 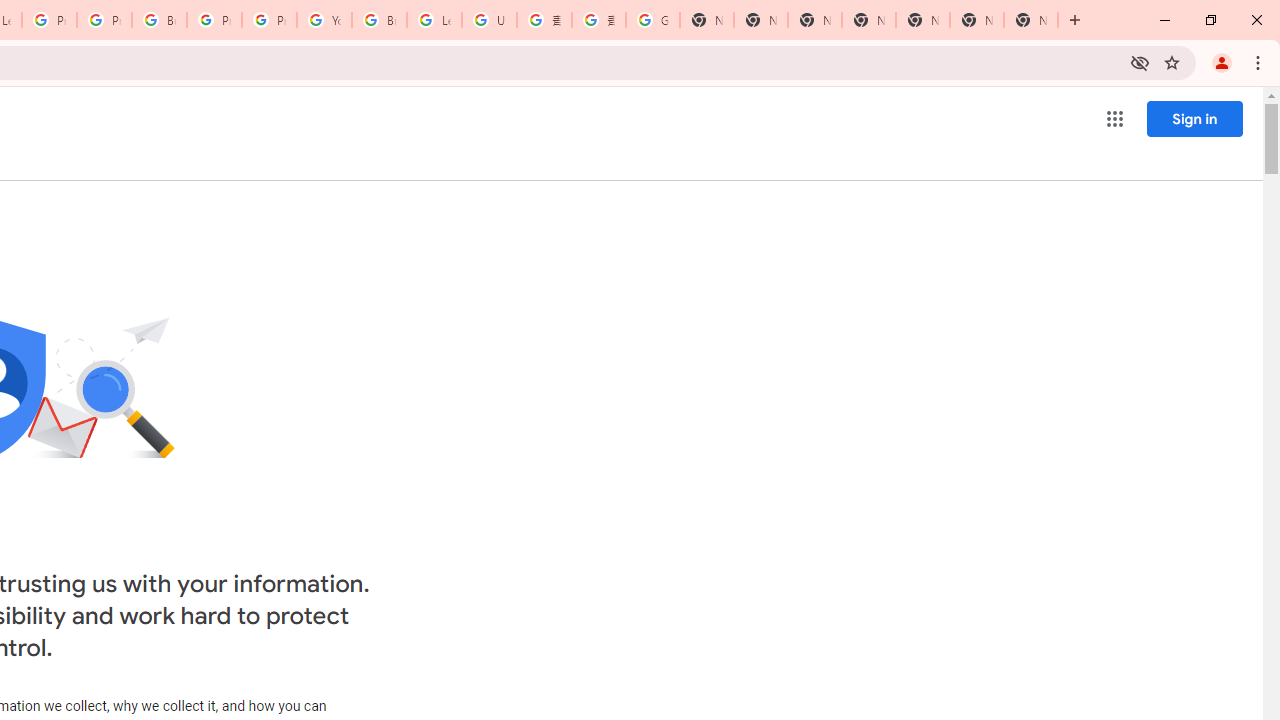 What do you see at coordinates (652, 20) in the screenshot?
I see `'Google Images'` at bounding box center [652, 20].